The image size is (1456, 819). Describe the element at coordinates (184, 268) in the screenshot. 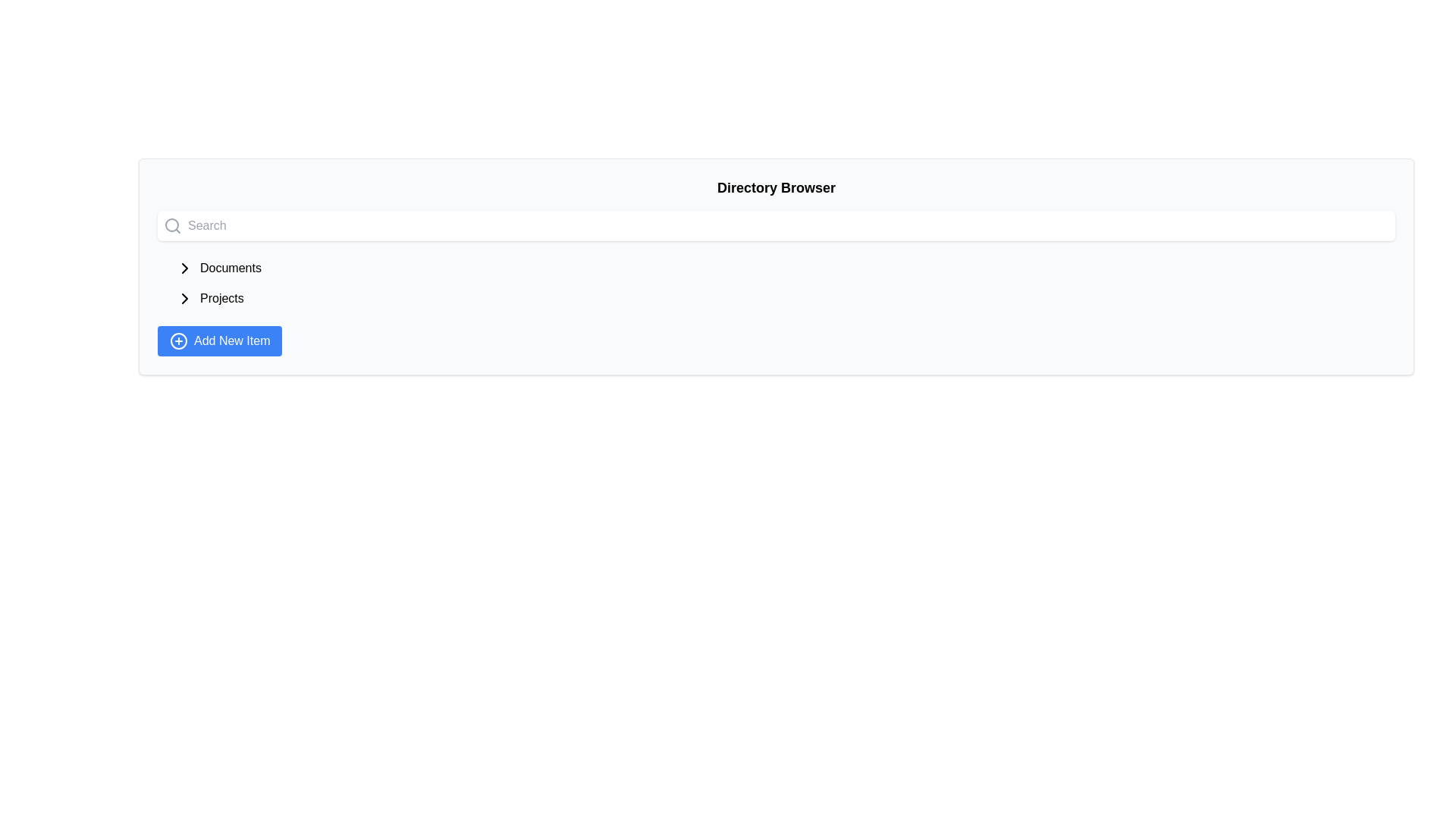

I see `the right-pointing chevron icon button` at that location.